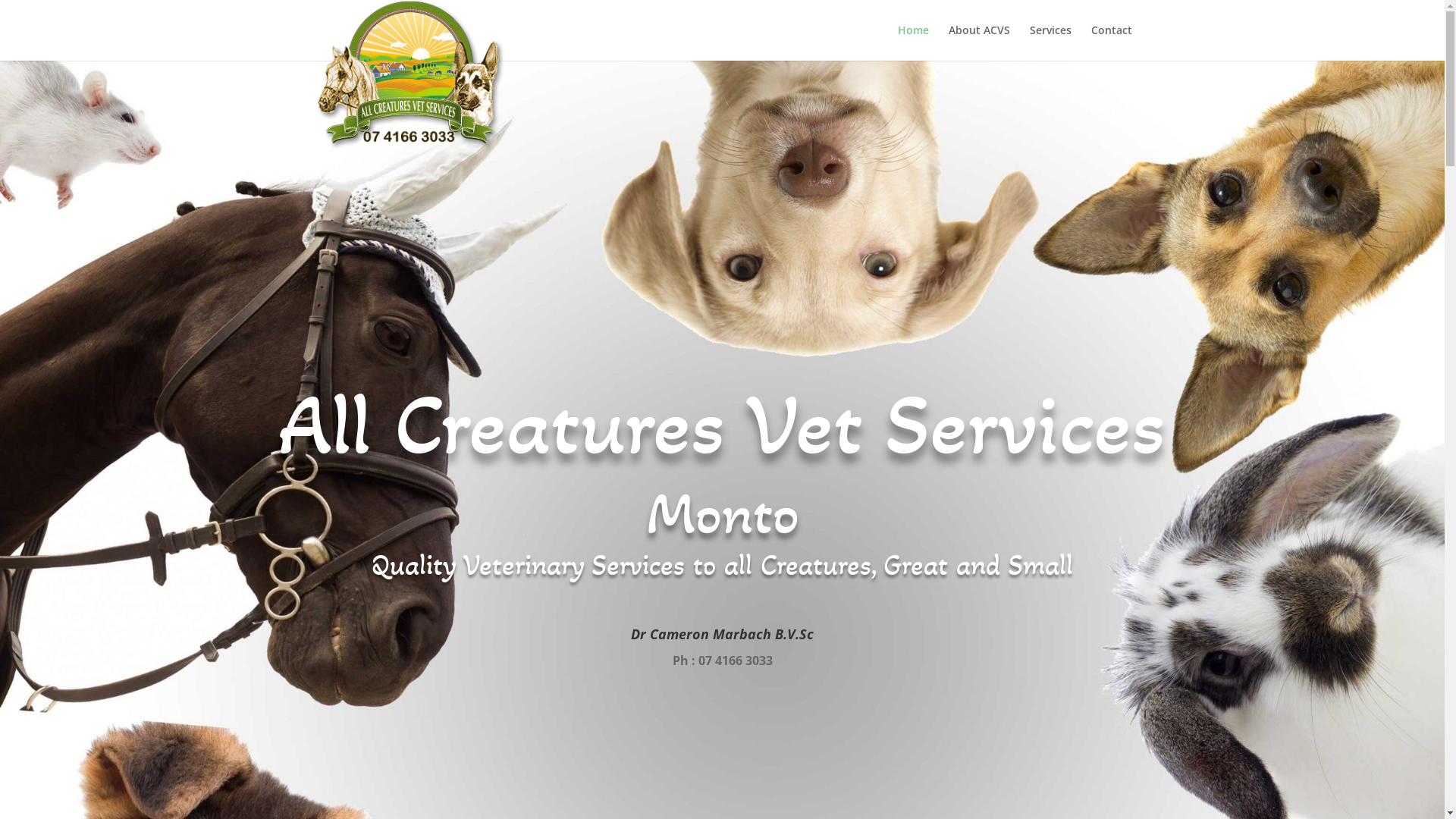 This screenshot has height=819, width=1456. Describe the element at coordinates (946, 42) in the screenshot. I see `'About ACVS'` at that location.